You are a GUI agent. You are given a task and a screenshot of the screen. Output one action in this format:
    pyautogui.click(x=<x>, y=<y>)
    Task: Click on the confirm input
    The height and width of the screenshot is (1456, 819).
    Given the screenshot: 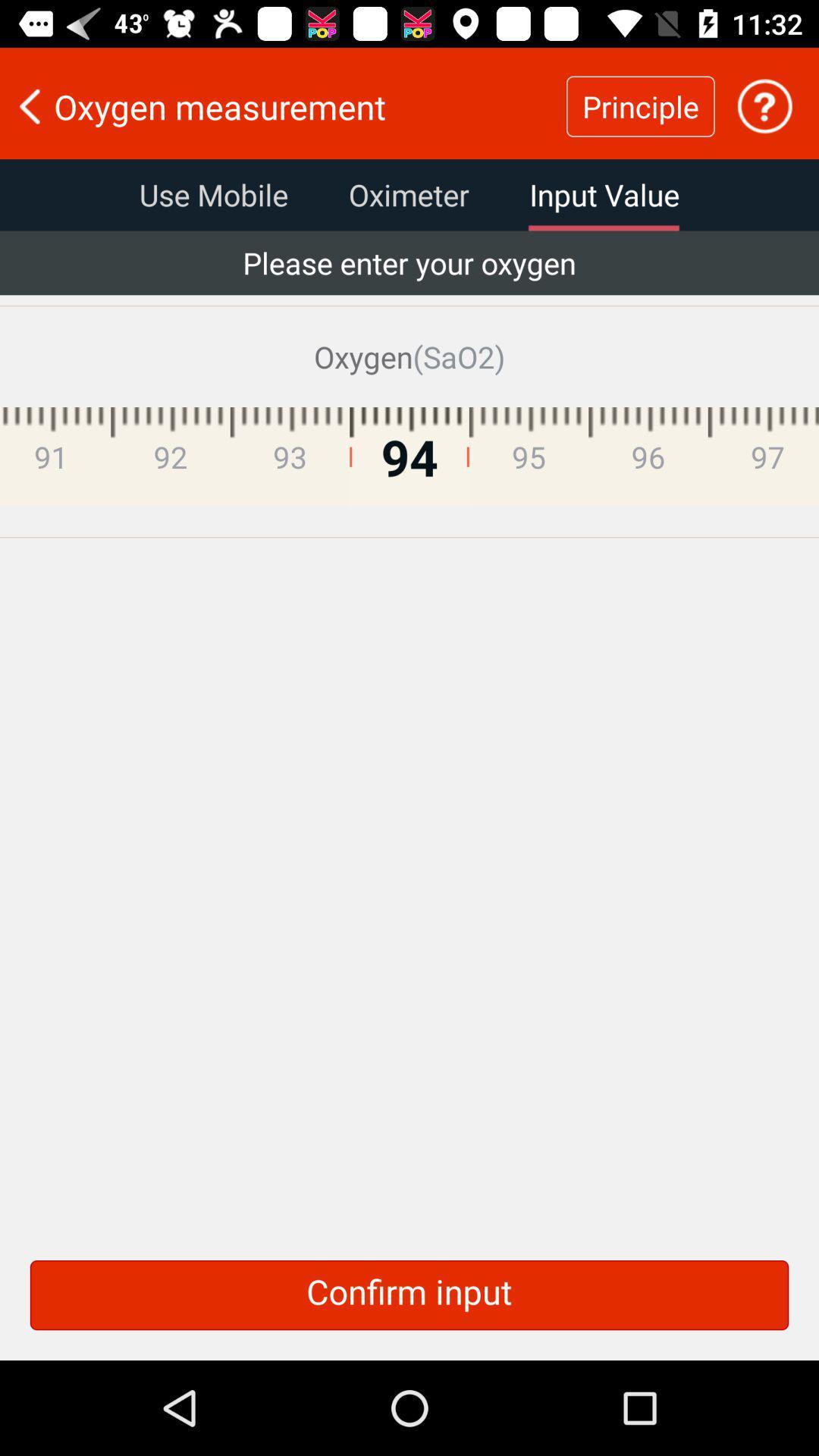 What is the action you would take?
    pyautogui.click(x=409, y=1294)
    